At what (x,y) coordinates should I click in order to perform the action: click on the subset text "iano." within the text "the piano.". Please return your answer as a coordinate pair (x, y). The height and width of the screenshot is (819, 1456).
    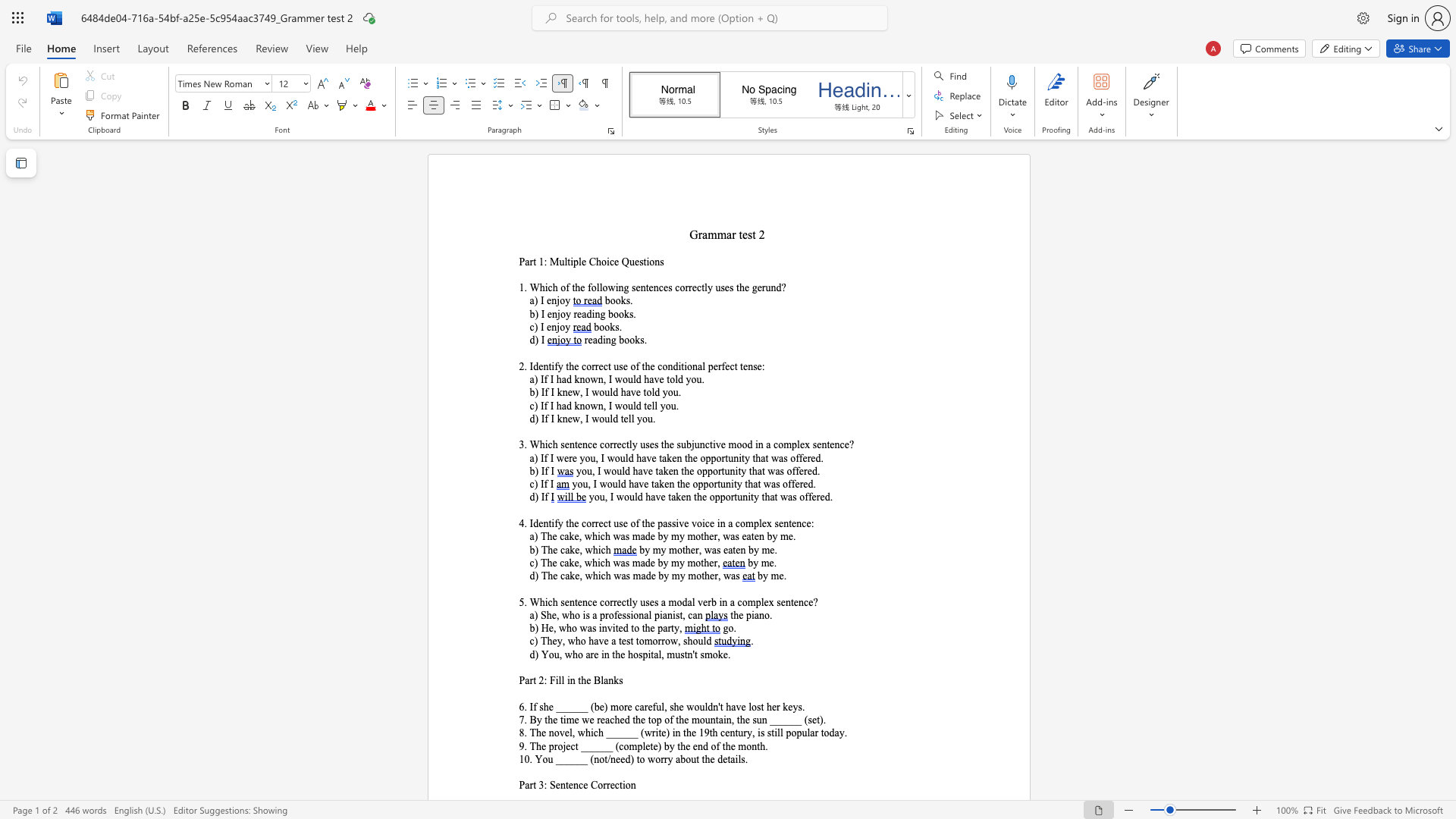
    Looking at the image, I should click on (751, 615).